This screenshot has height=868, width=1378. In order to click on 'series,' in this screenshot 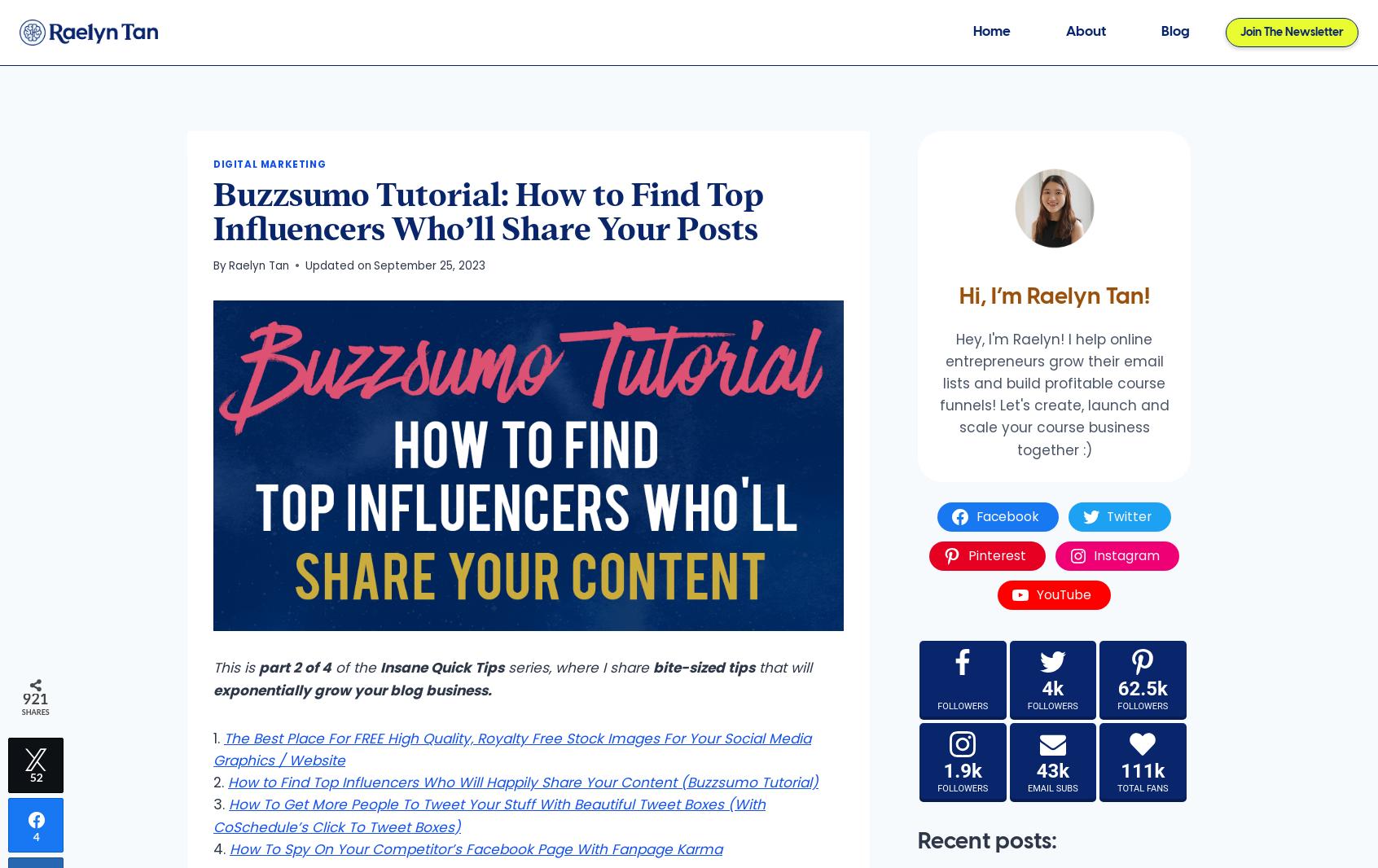, I will do `click(529, 667)`.